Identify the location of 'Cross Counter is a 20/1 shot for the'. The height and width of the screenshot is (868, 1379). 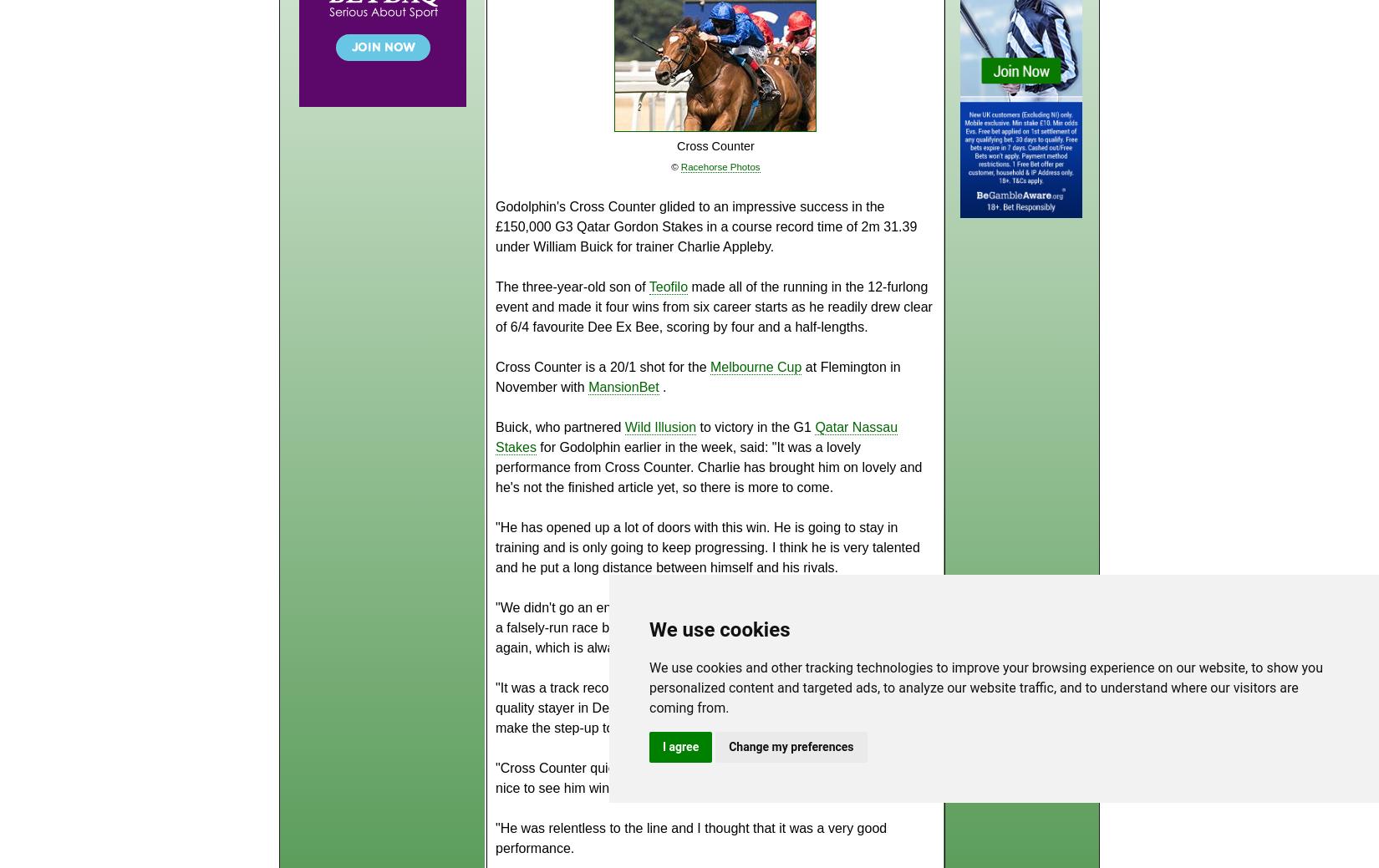
(602, 366).